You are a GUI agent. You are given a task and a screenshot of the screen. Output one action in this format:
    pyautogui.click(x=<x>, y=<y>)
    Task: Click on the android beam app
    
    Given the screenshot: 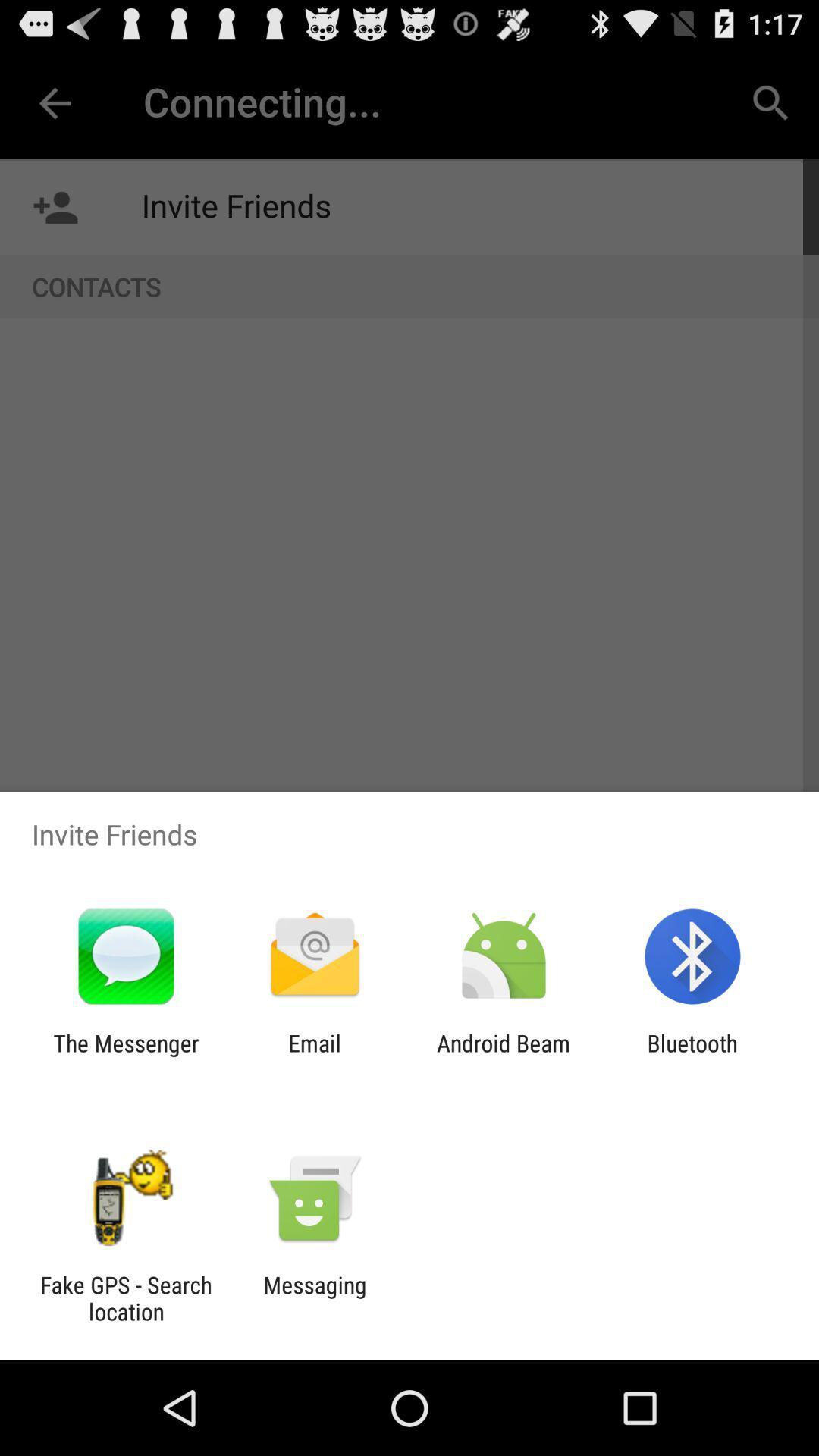 What is the action you would take?
    pyautogui.click(x=504, y=1056)
    